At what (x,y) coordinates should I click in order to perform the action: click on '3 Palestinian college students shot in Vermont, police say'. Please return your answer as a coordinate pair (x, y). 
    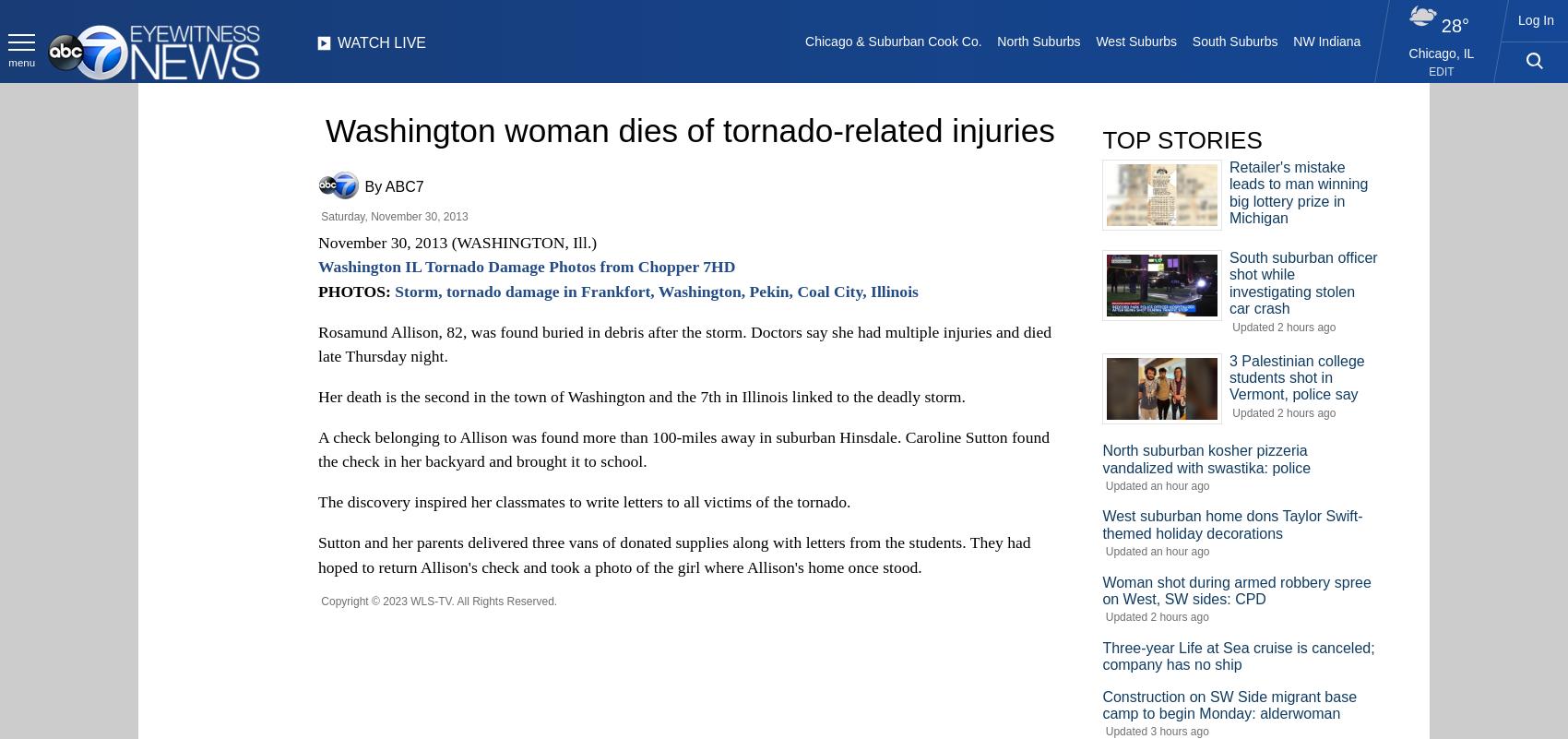
    Looking at the image, I should click on (1295, 375).